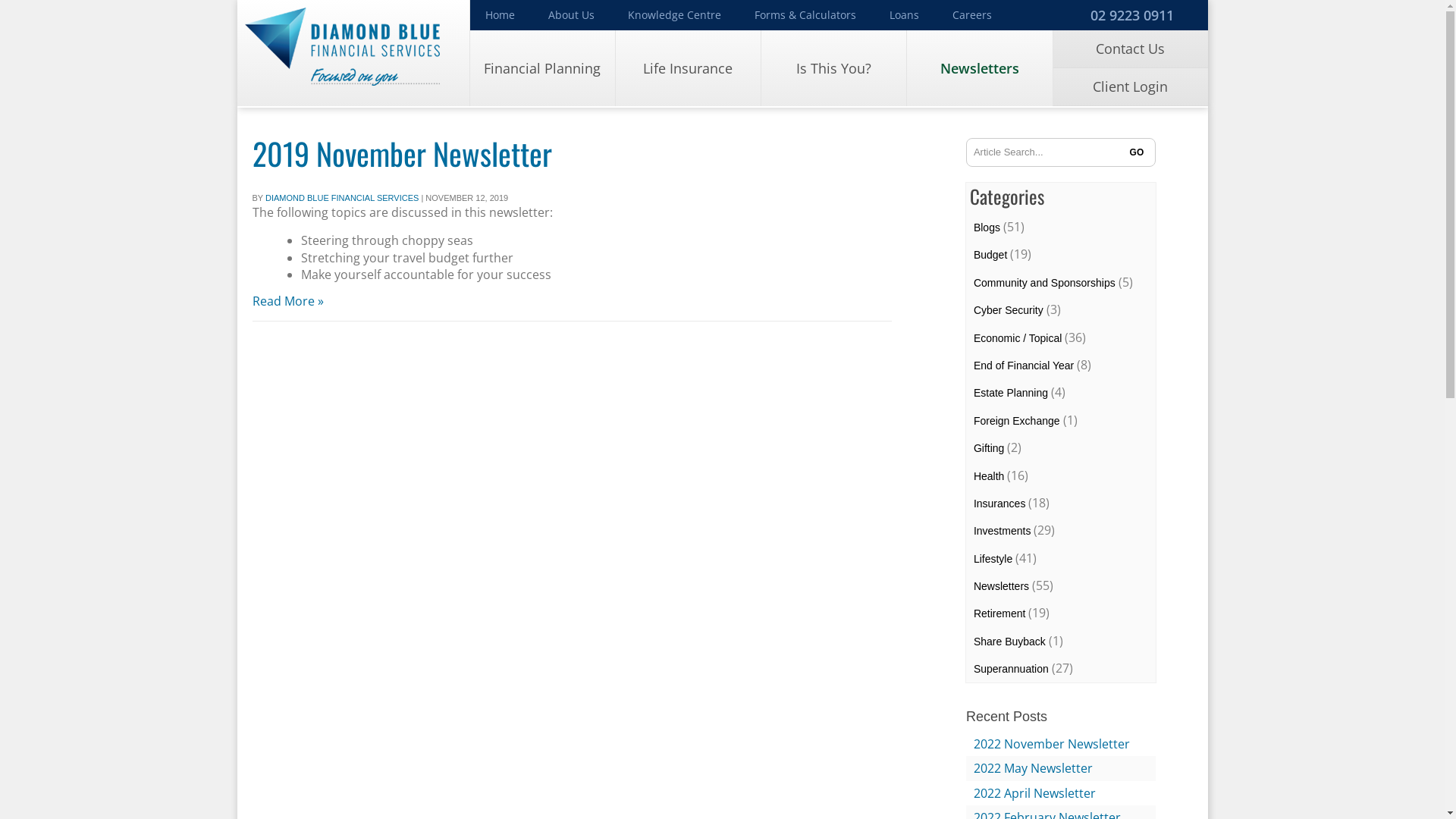  I want to click on 'Community and Sponsorships', so click(973, 283).